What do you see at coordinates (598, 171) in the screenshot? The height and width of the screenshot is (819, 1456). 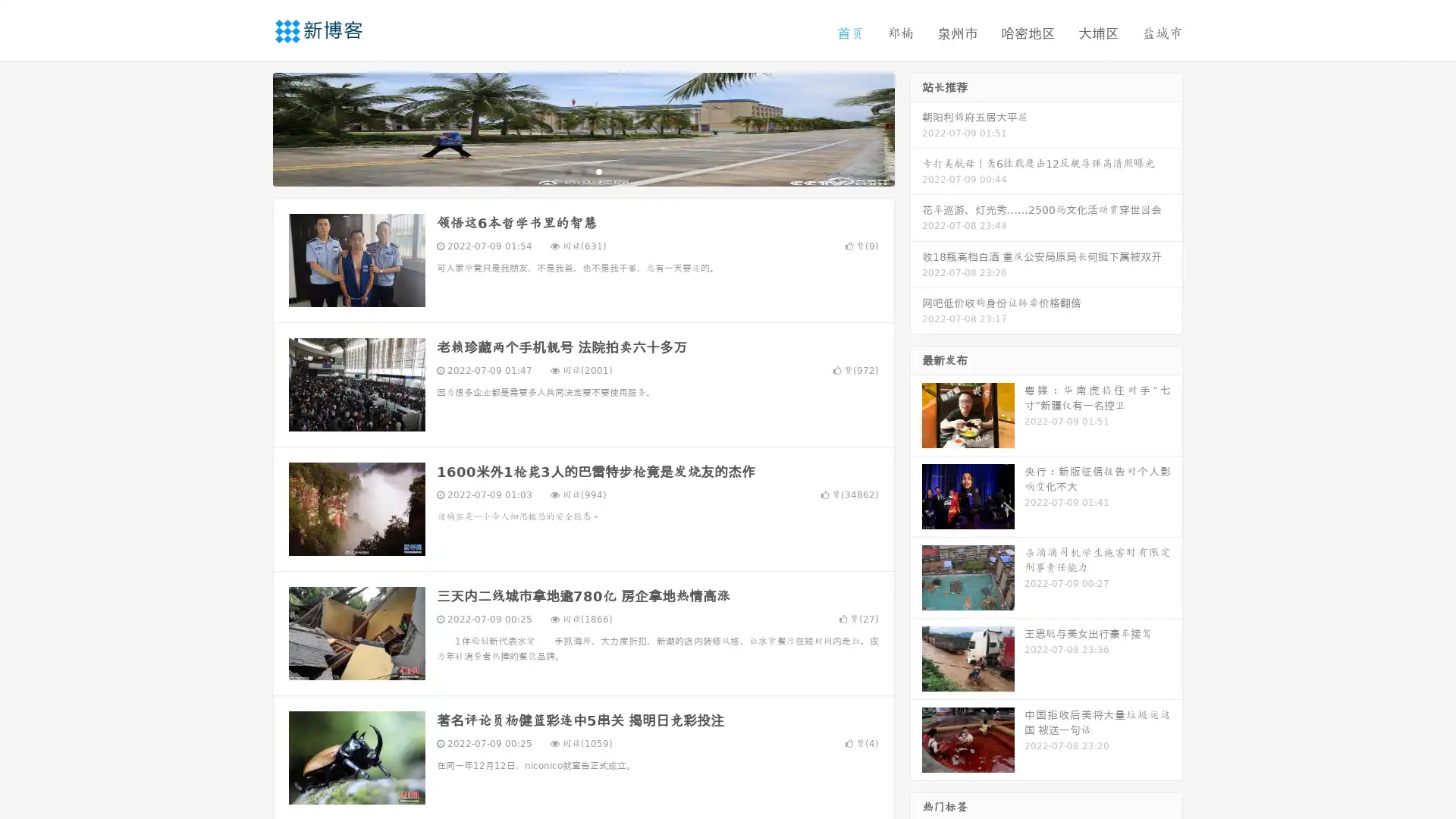 I see `Go to slide 3` at bounding box center [598, 171].